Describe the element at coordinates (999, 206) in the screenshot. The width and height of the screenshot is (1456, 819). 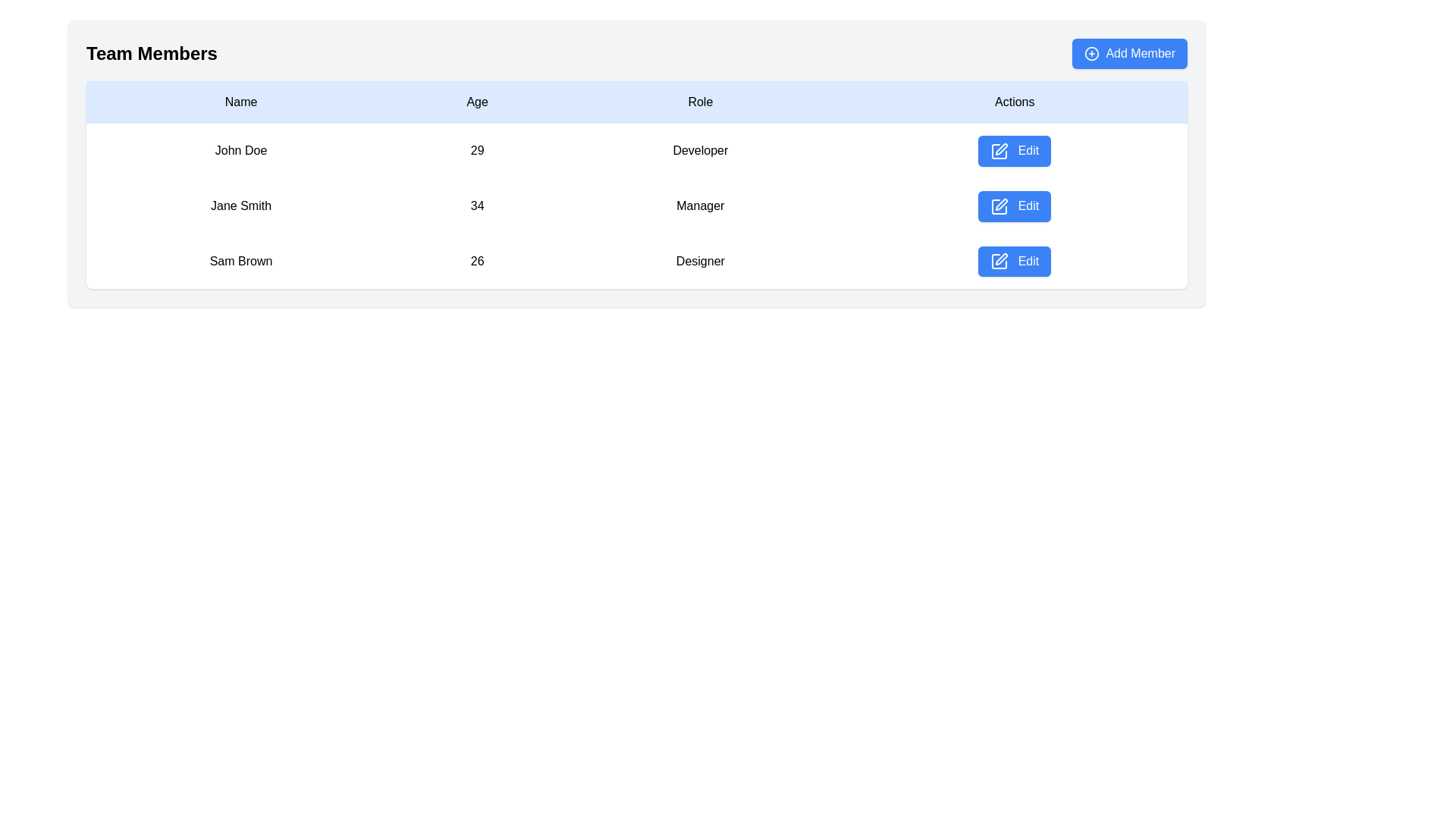
I see `the pen icon located to the left of the 'Edit' text label in the second 'Edit' button for 'Jane Smith'` at that location.